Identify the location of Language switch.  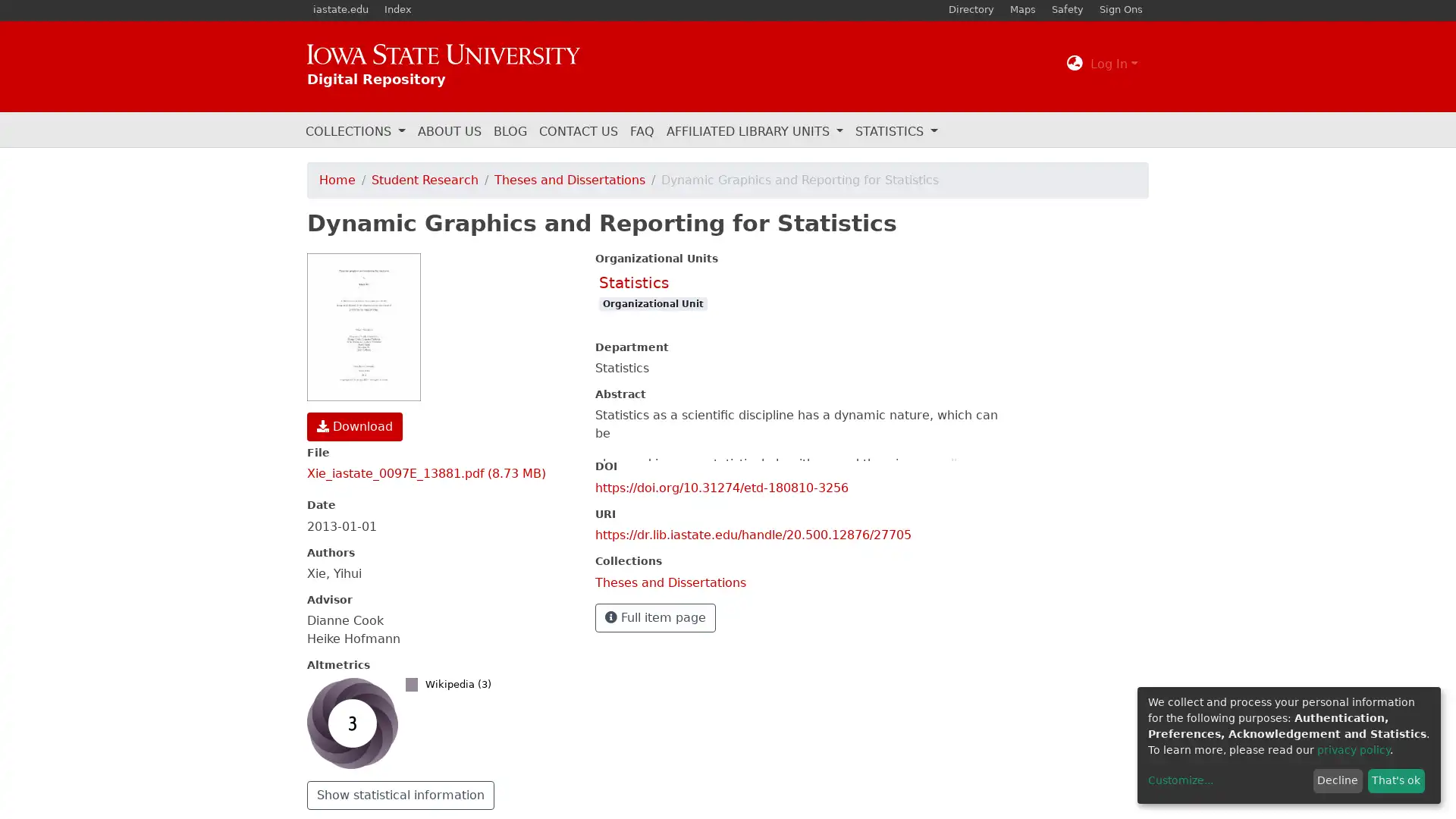
(1073, 63).